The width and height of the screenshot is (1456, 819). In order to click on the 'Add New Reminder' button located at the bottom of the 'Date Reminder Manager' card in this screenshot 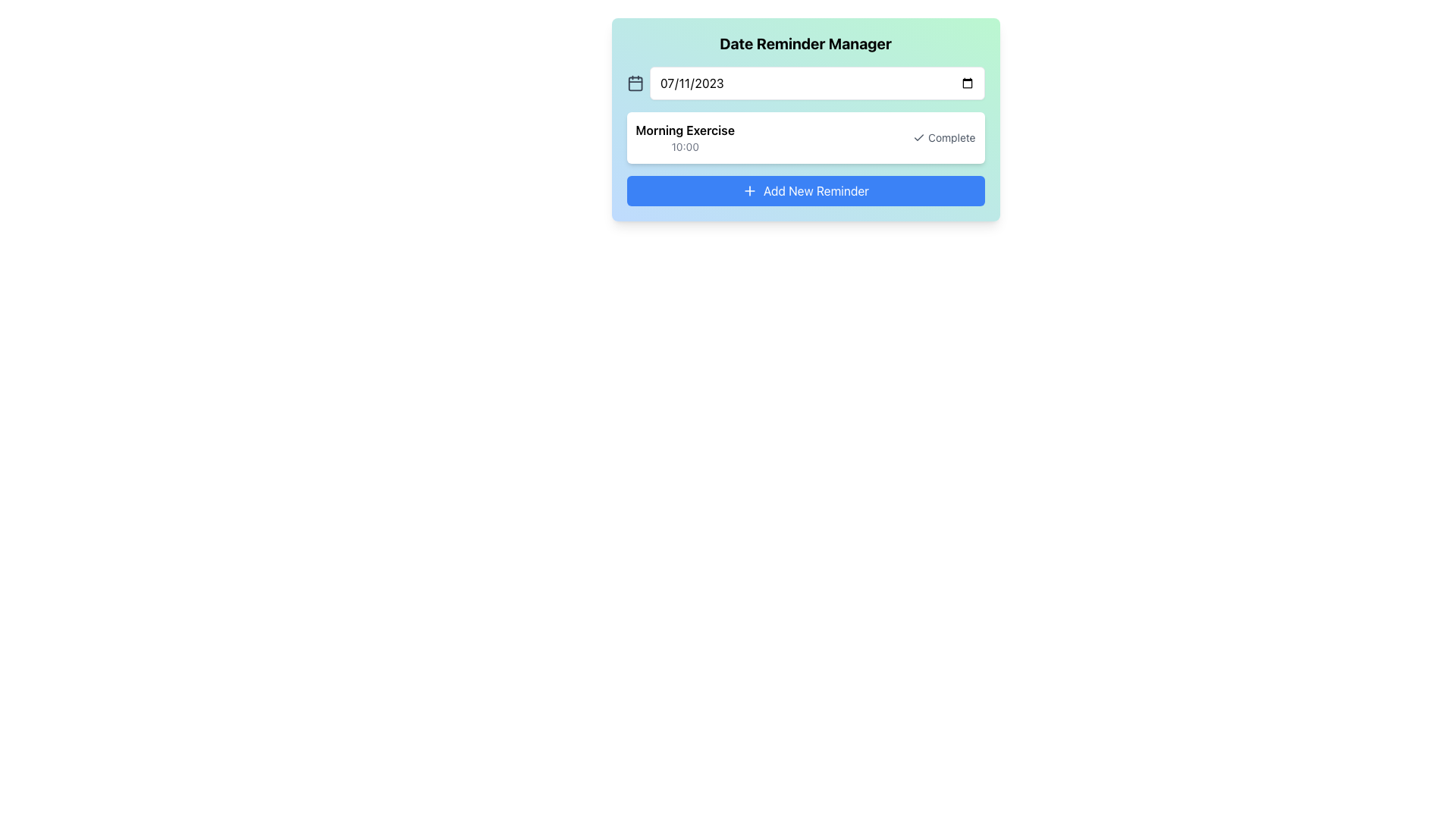, I will do `click(805, 190)`.